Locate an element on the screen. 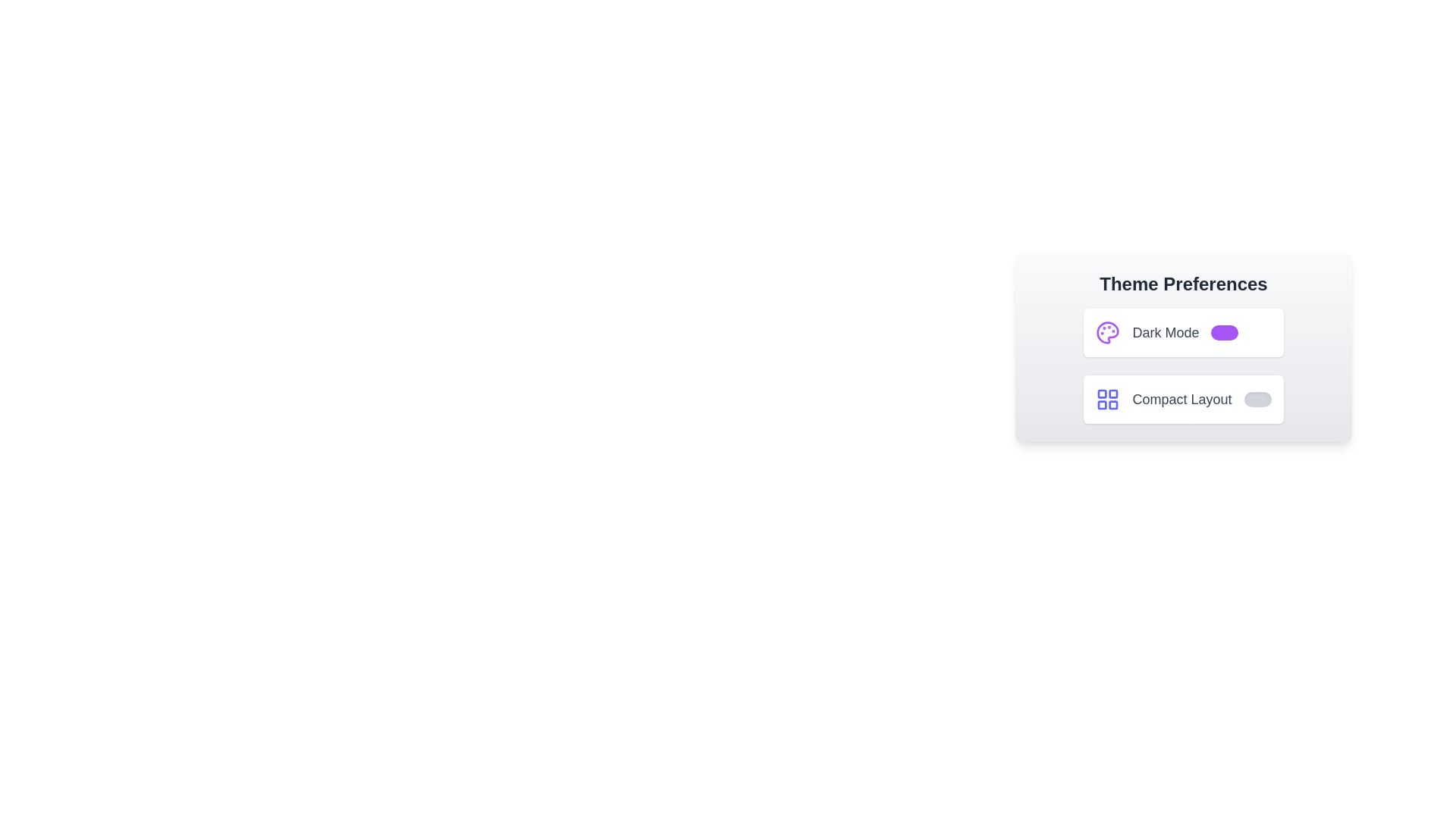  the 'Dark Mode' text and icon to inspect their details is located at coordinates (1165, 332).